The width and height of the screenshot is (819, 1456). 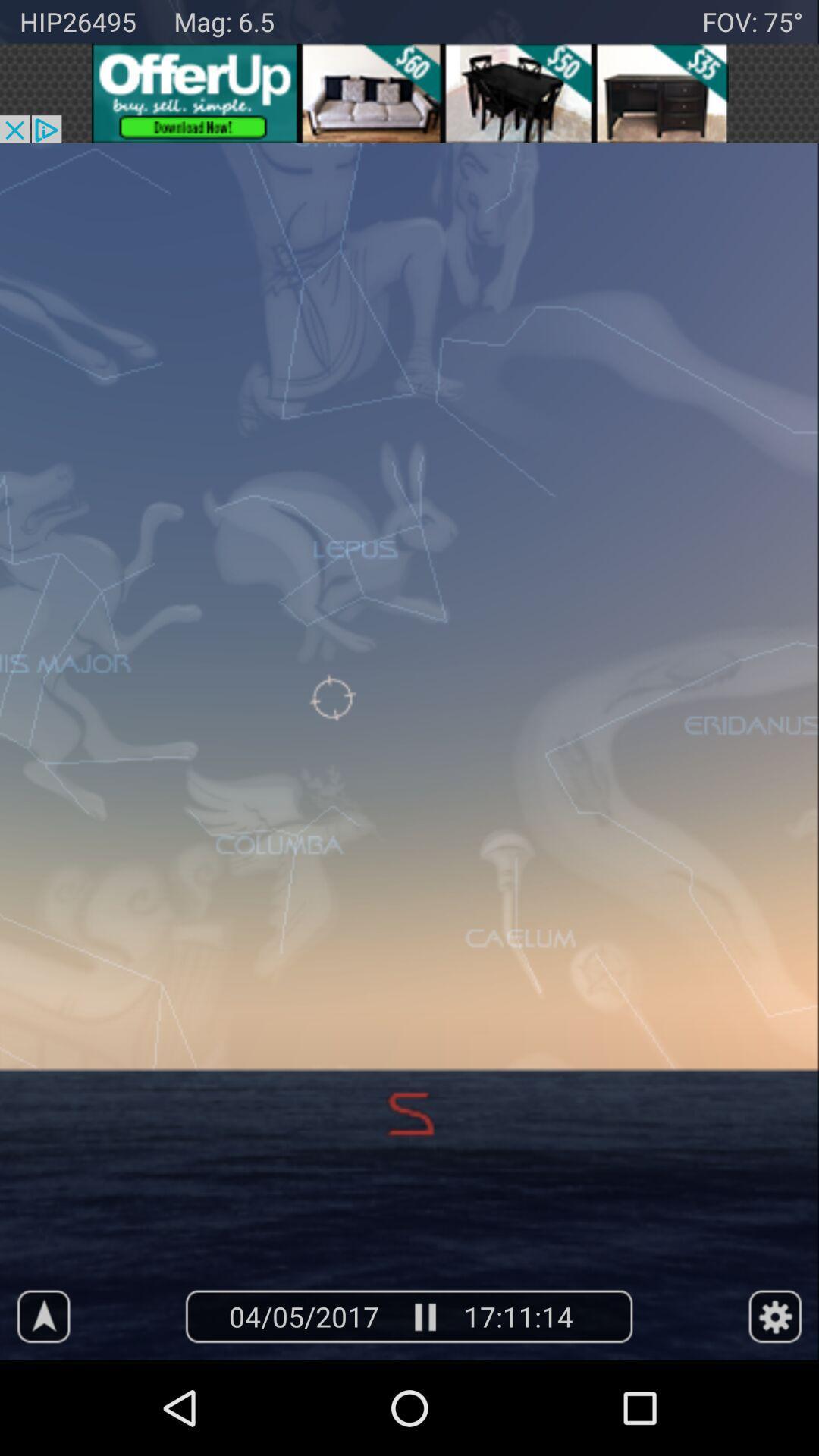 What do you see at coordinates (409, 93) in the screenshot?
I see `open advertisement` at bounding box center [409, 93].